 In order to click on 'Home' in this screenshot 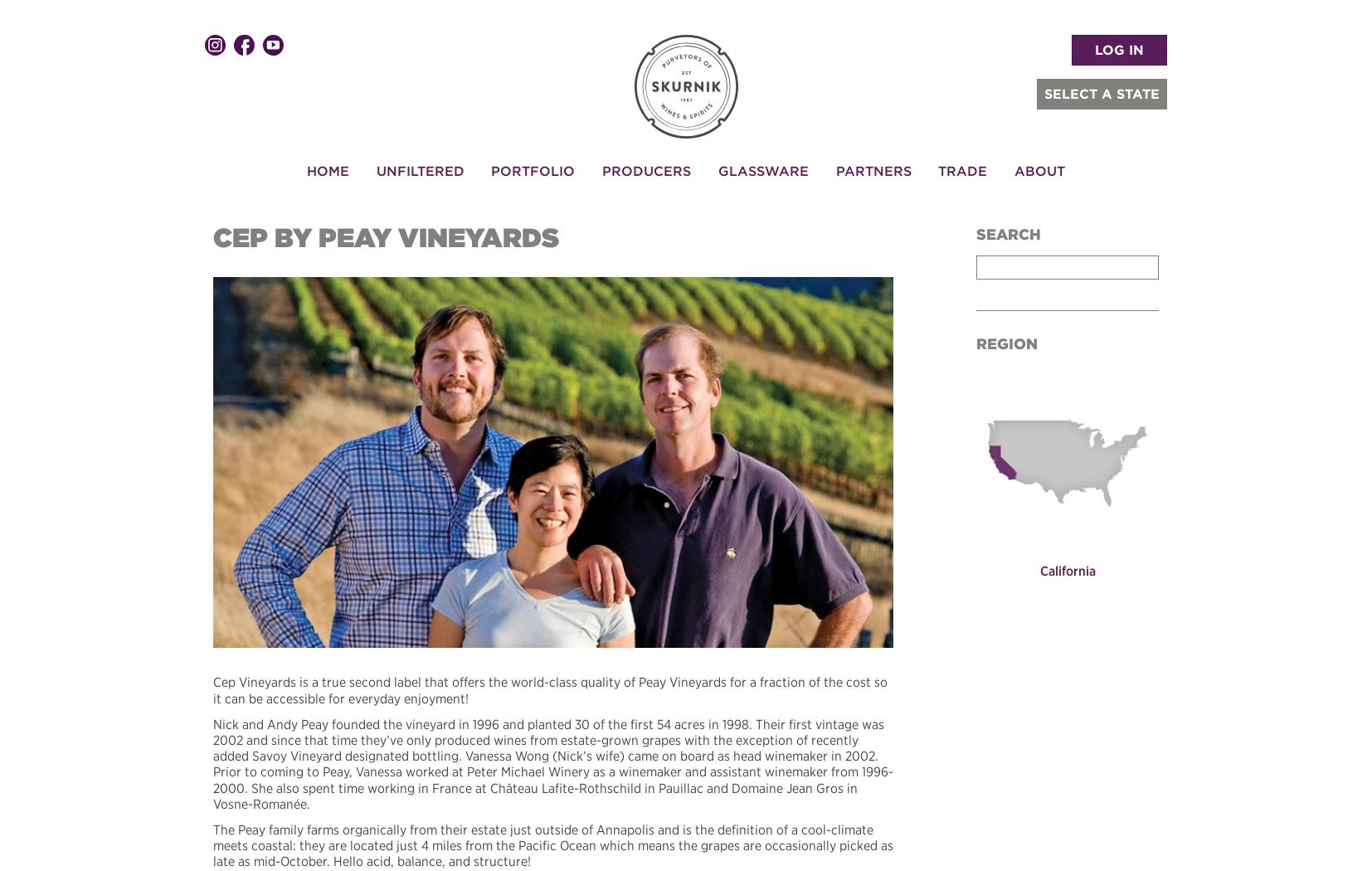, I will do `click(326, 168)`.